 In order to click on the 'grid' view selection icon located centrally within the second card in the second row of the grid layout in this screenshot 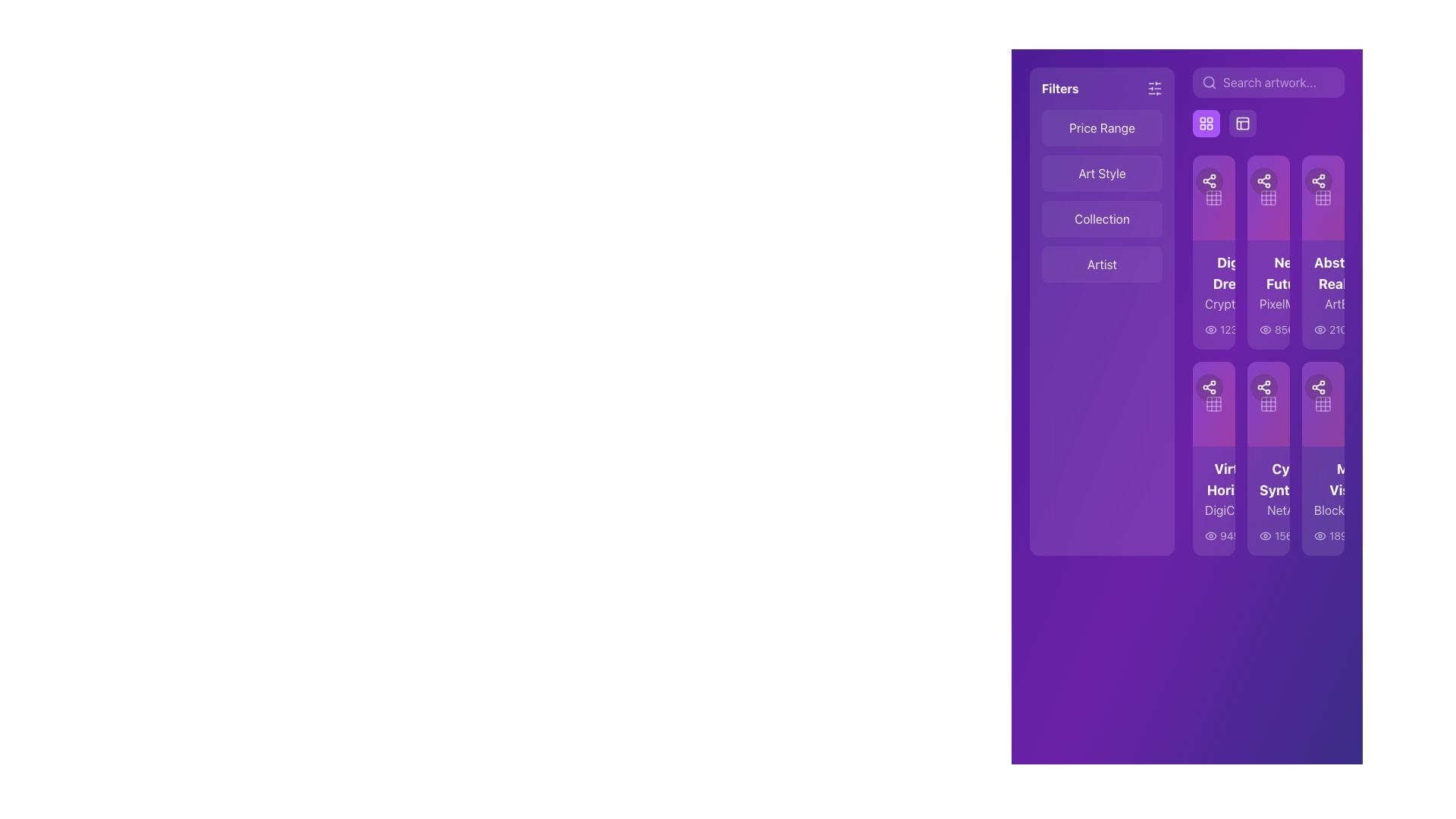, I will do `click(1269, 197)`.